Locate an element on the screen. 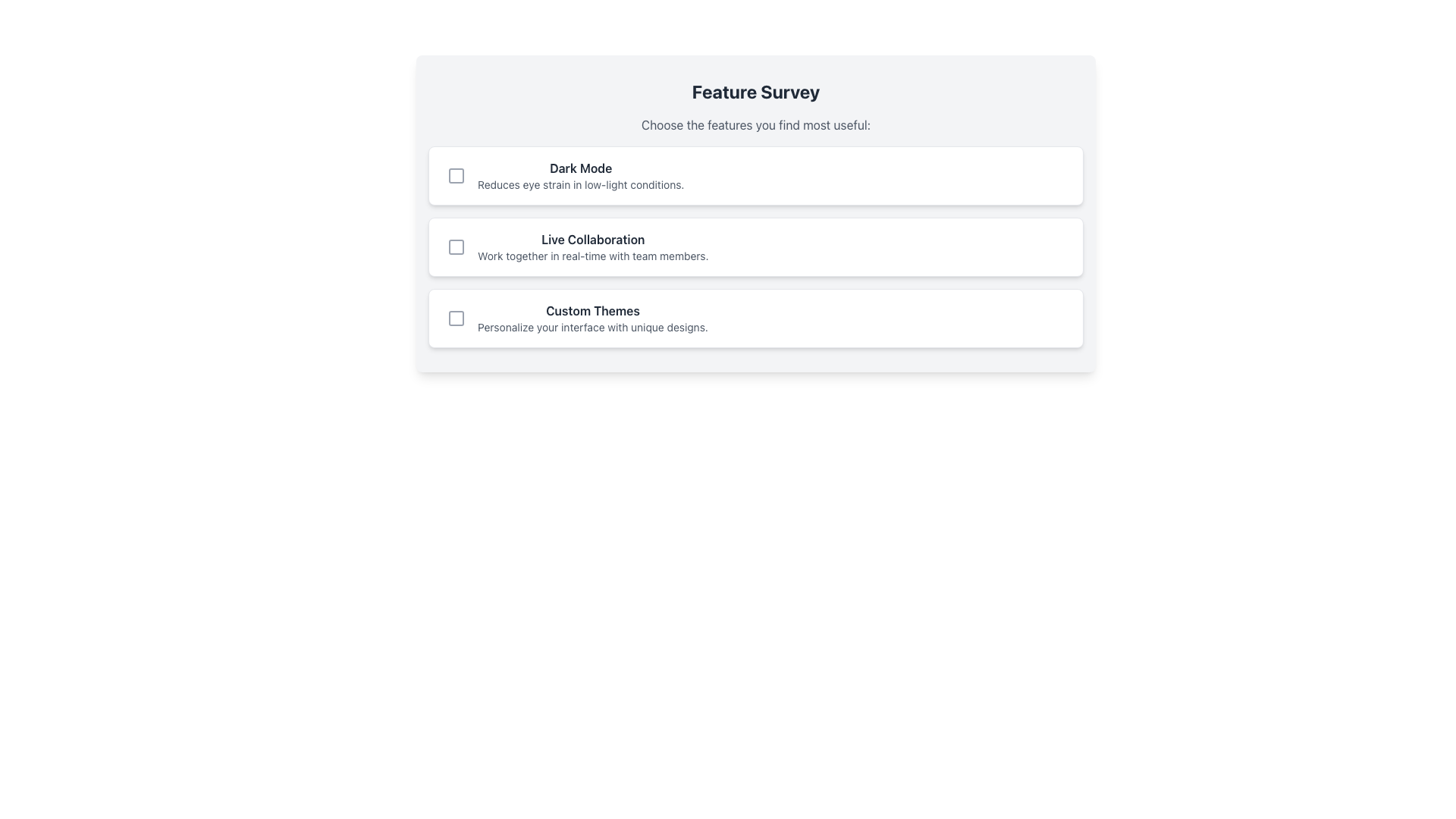 The width and height of the screenshot is (1456, 819). static text that instructs the user: 'Choose the features you find most useful:' located below the title 'Feature Survey' is located at coordinates (756, 124).